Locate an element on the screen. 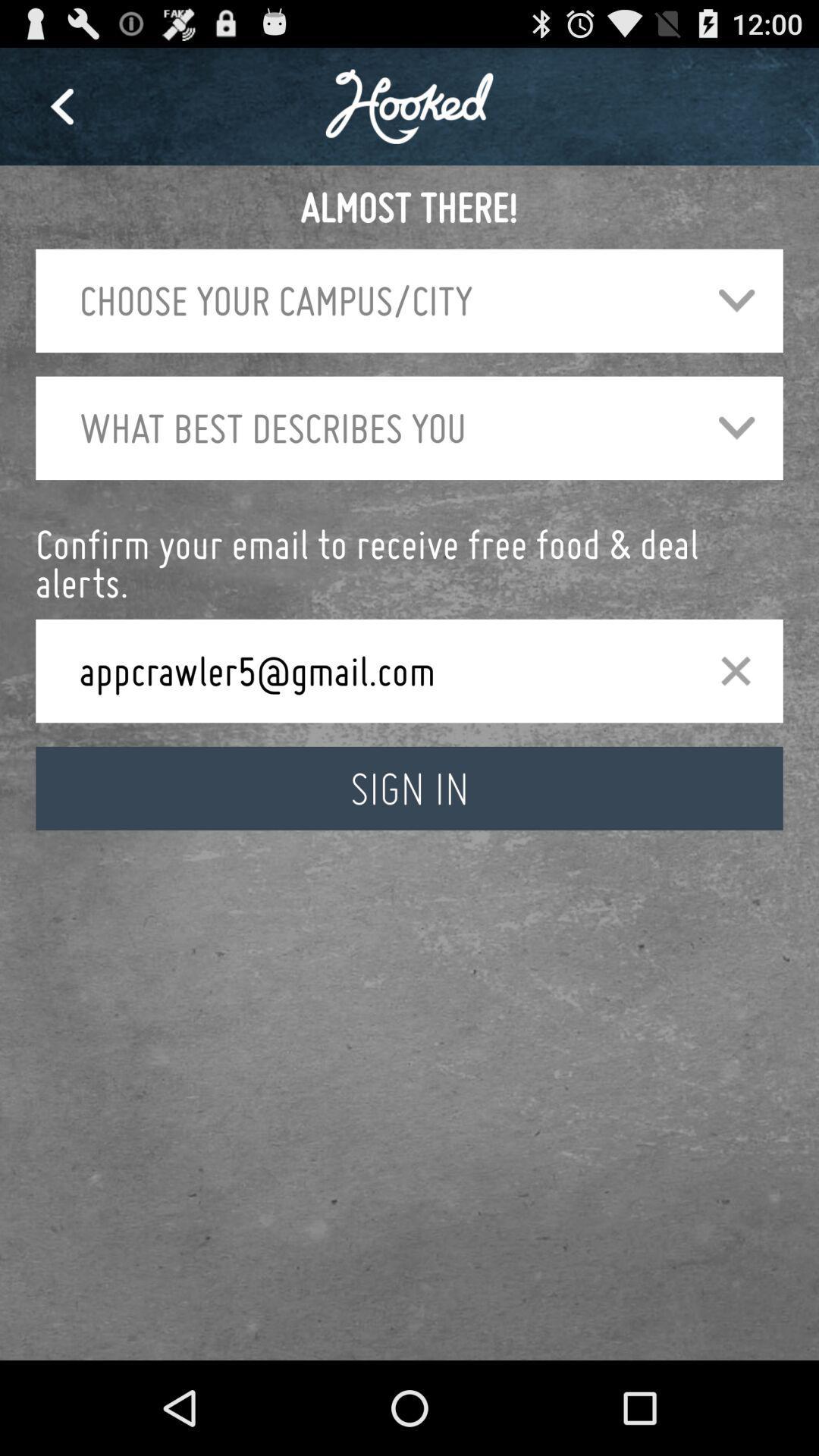 This screenshot has width=819, height=1456. the icon below the appcrawler5@gmail.com item is located at coordinates (409, 788).